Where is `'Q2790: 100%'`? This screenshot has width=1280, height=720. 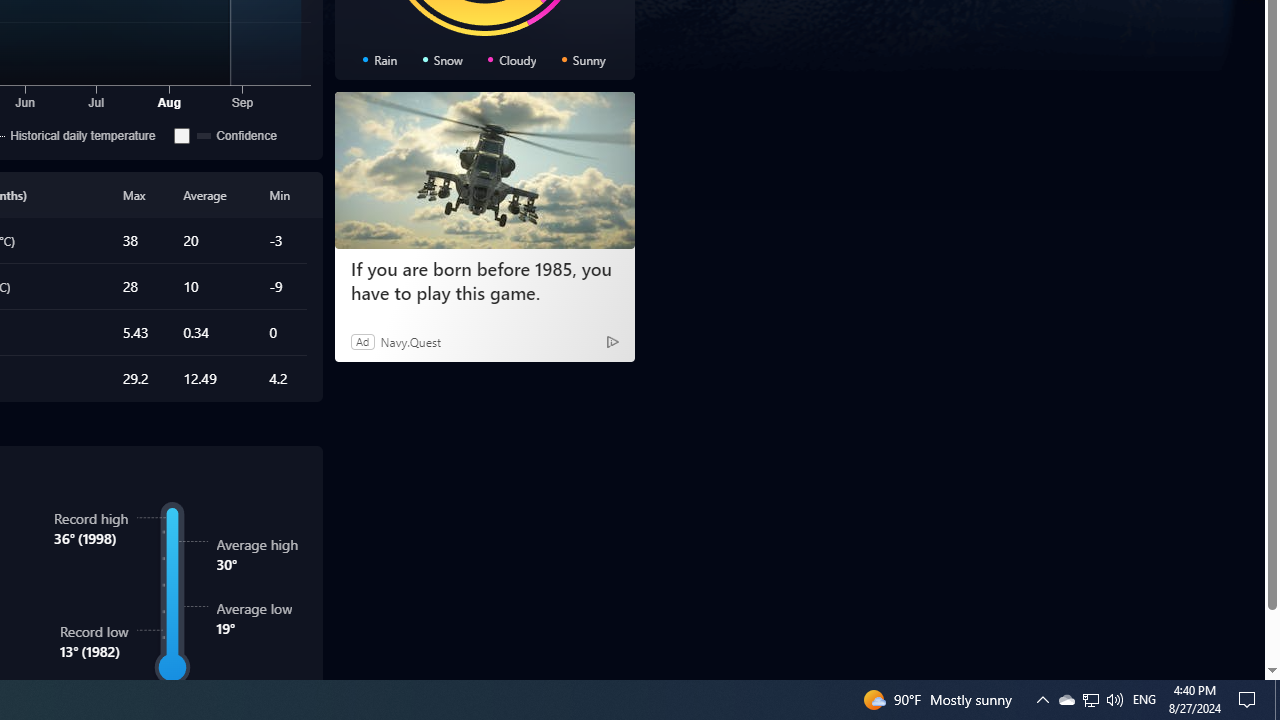
'Q2790: 100%' is located at coordinates (1113, 698).